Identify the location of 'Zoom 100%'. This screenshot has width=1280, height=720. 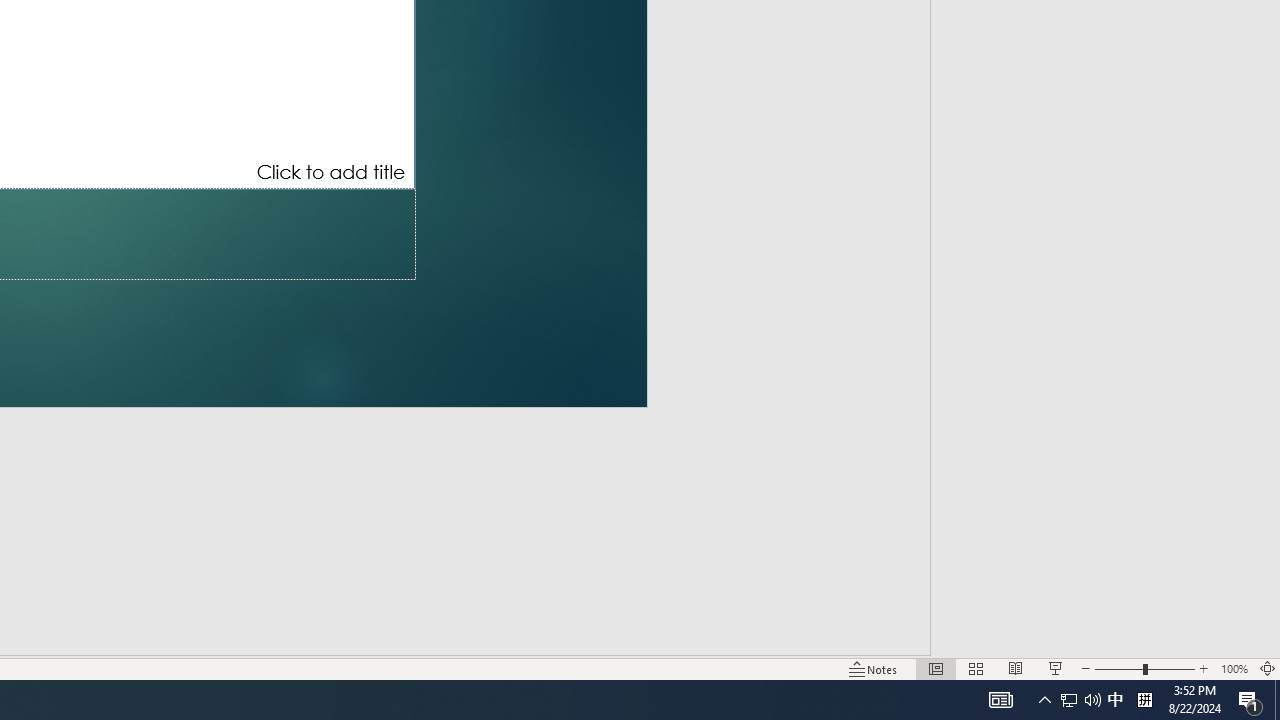
(1233, 669).